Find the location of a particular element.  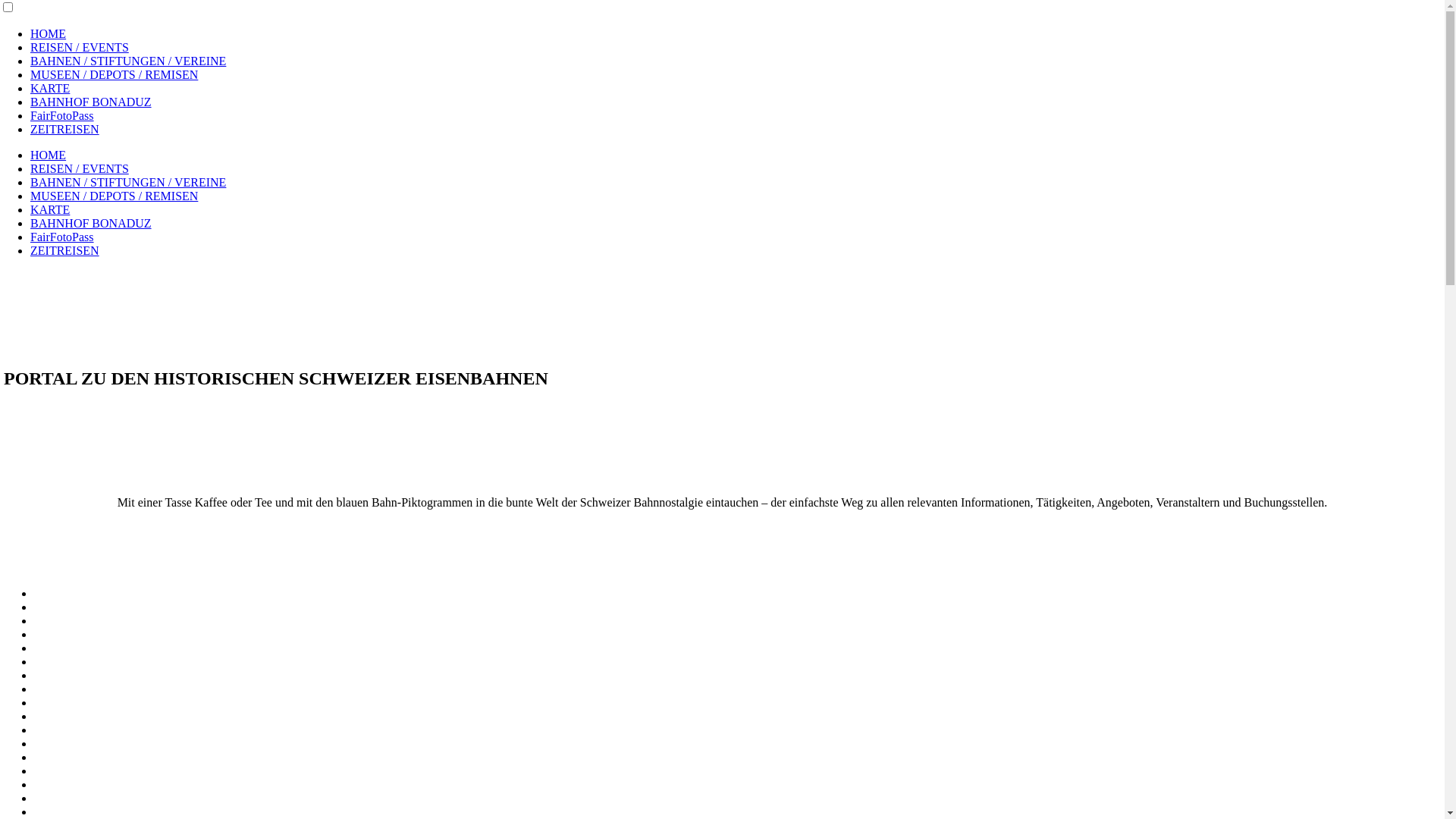

'BAHNEN / STIFTUNGEN / VEREINE' is located at coordinates (127, 60).